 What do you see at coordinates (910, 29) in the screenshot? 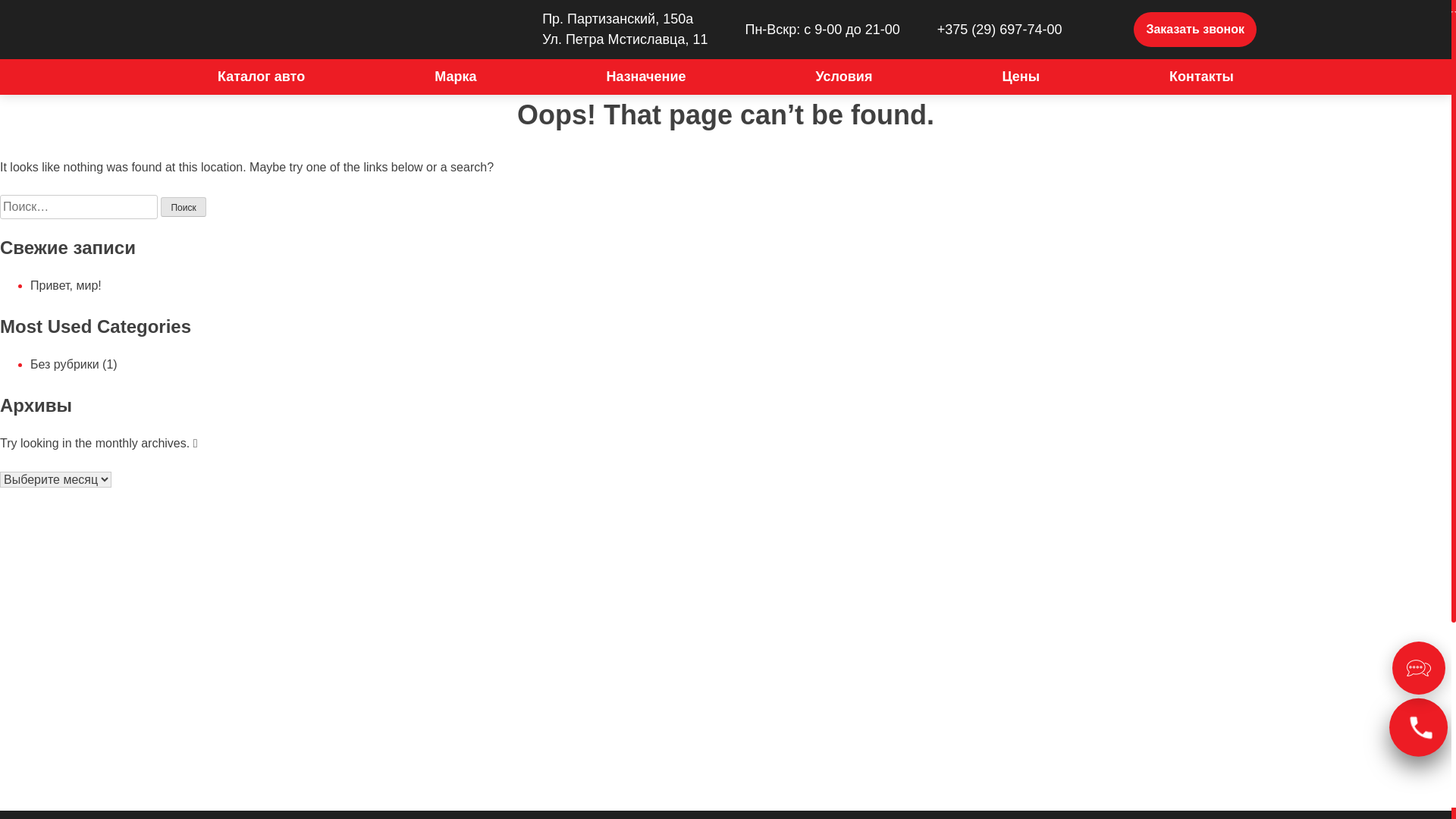
I see `'+375 (29) 697-74-00'` at bounding box center [910, 29].